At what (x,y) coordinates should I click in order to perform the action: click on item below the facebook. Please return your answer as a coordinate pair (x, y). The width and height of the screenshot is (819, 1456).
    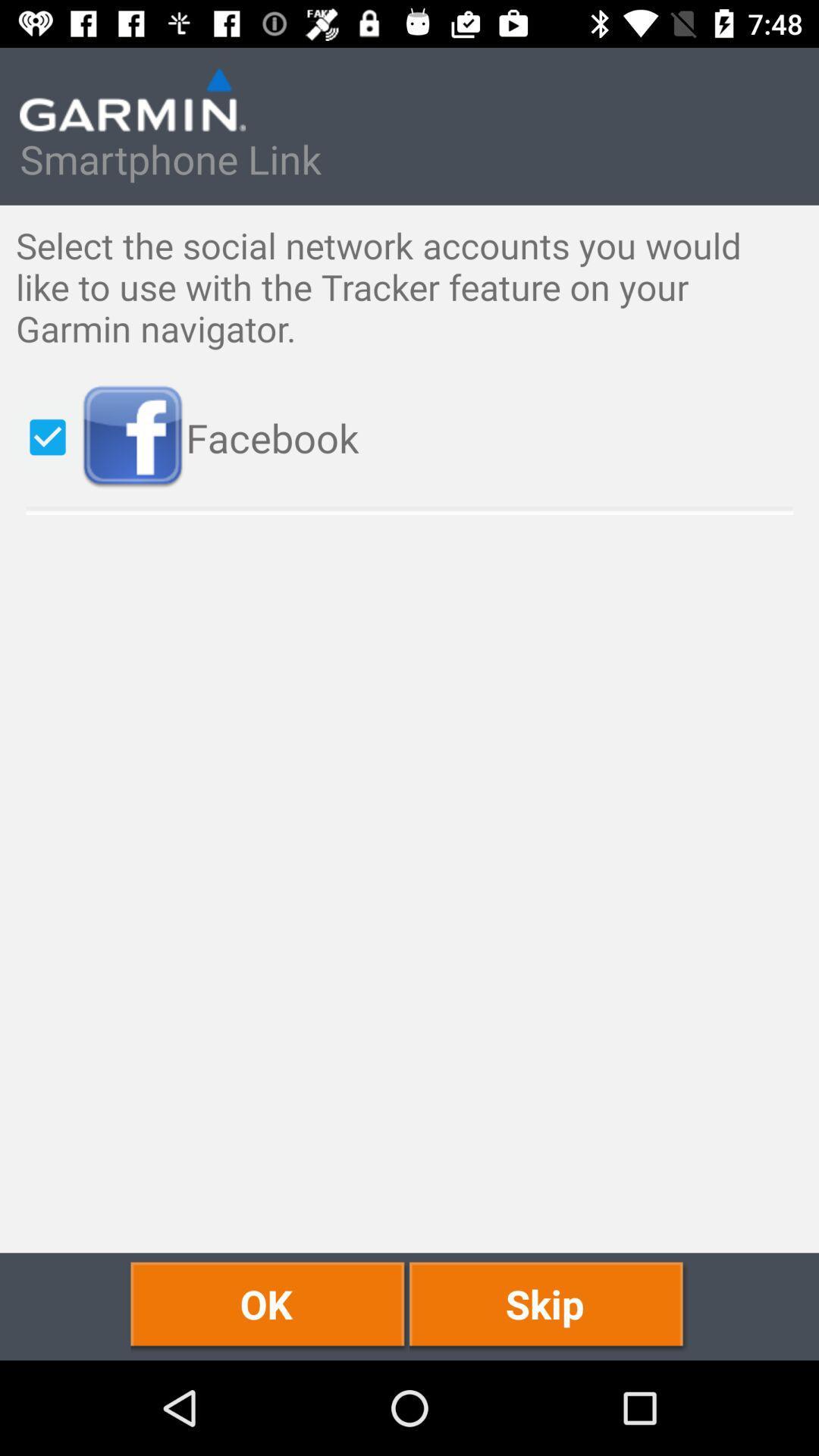
    Looking at the image, I should click on (269, 1306).